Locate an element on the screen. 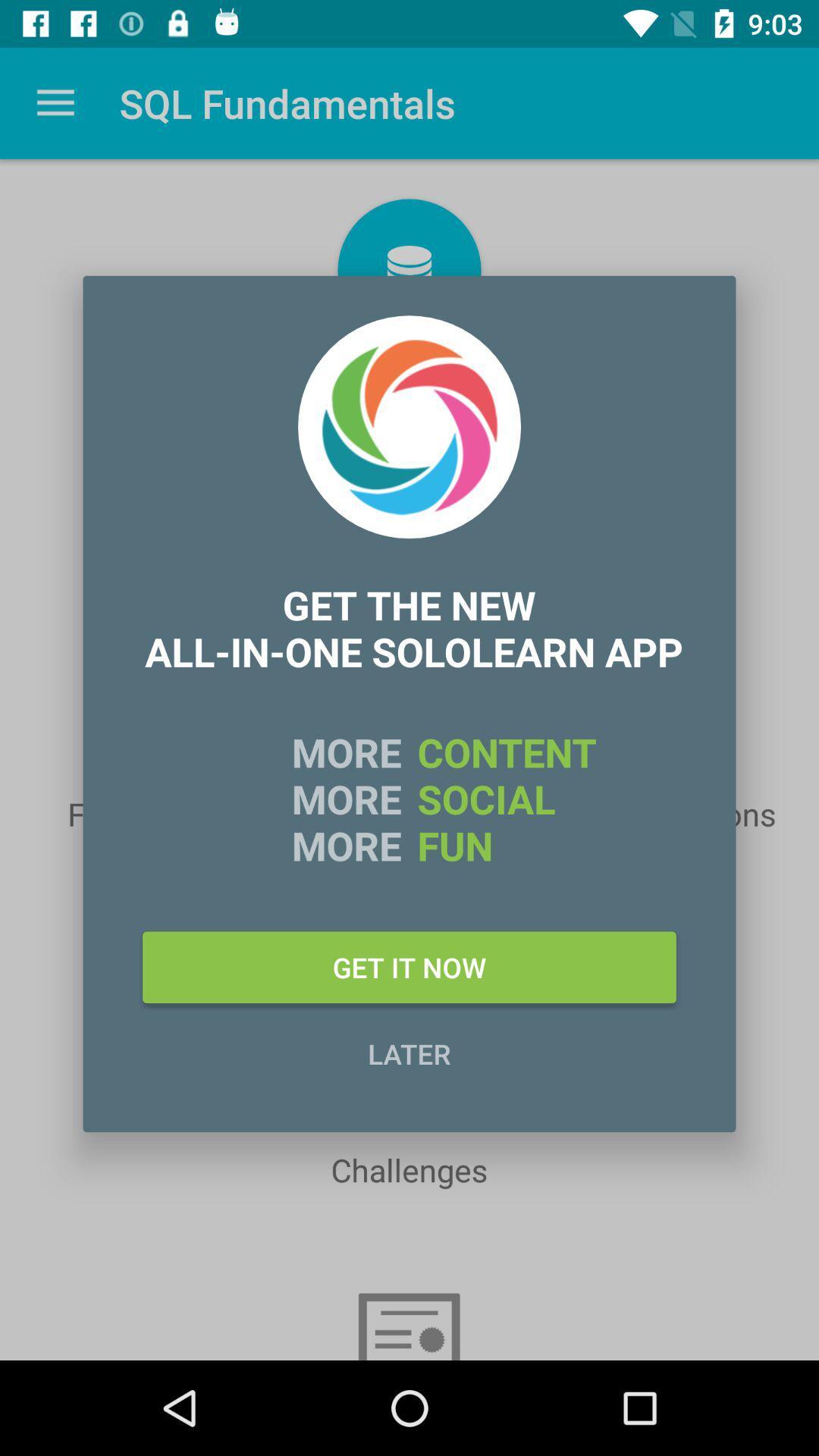 The image size is (819, 1456). the icon above later item is located at coordinates (409, 966).